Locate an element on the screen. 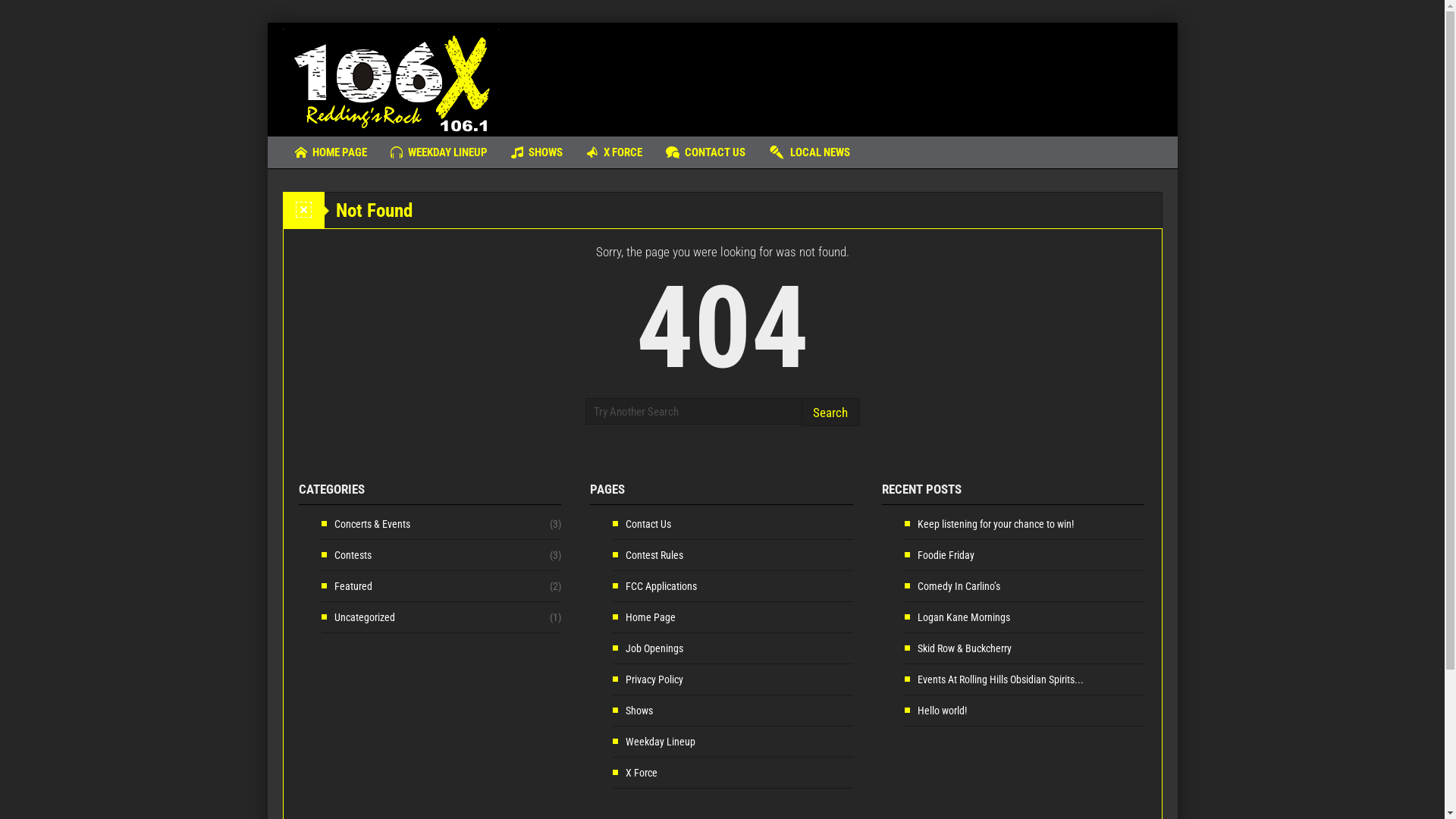 This screenshot has height=819, width=1456. 'Featured' is located at coordinates (346, 585).